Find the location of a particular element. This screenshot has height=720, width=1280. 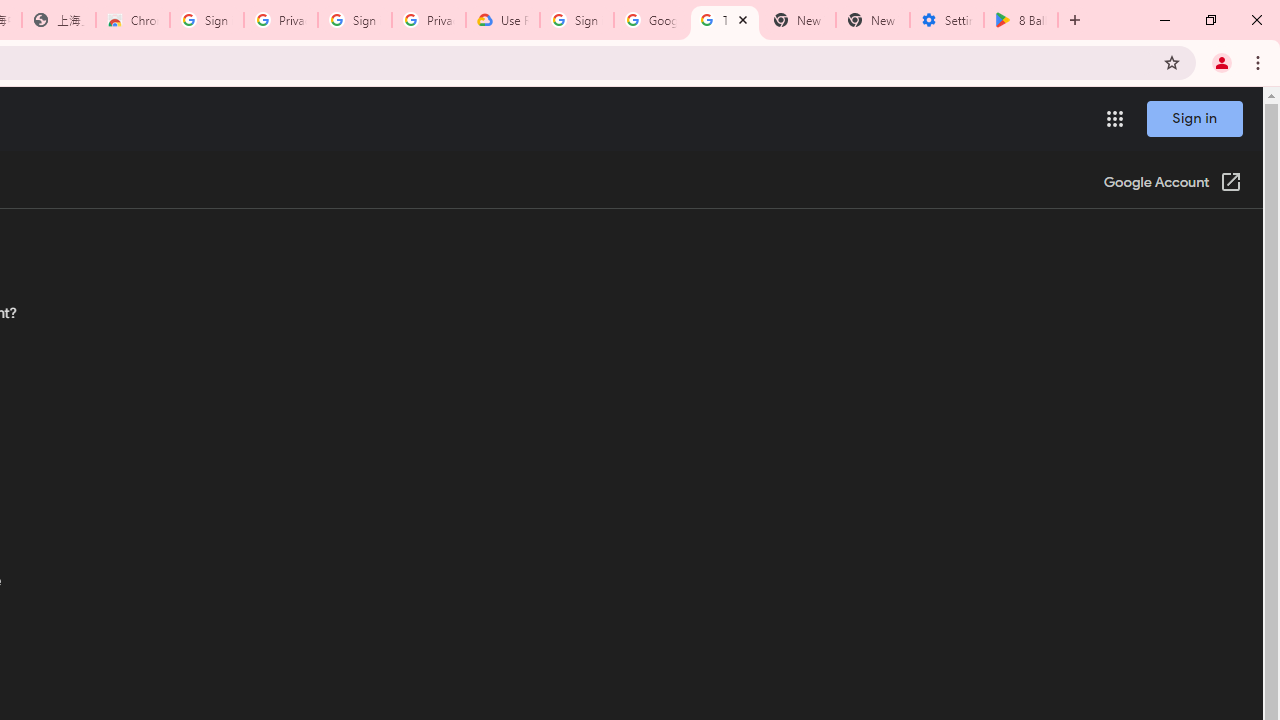

'8 Ball Pool - Apps on Google Play' is located at coordinates (1021, 20).